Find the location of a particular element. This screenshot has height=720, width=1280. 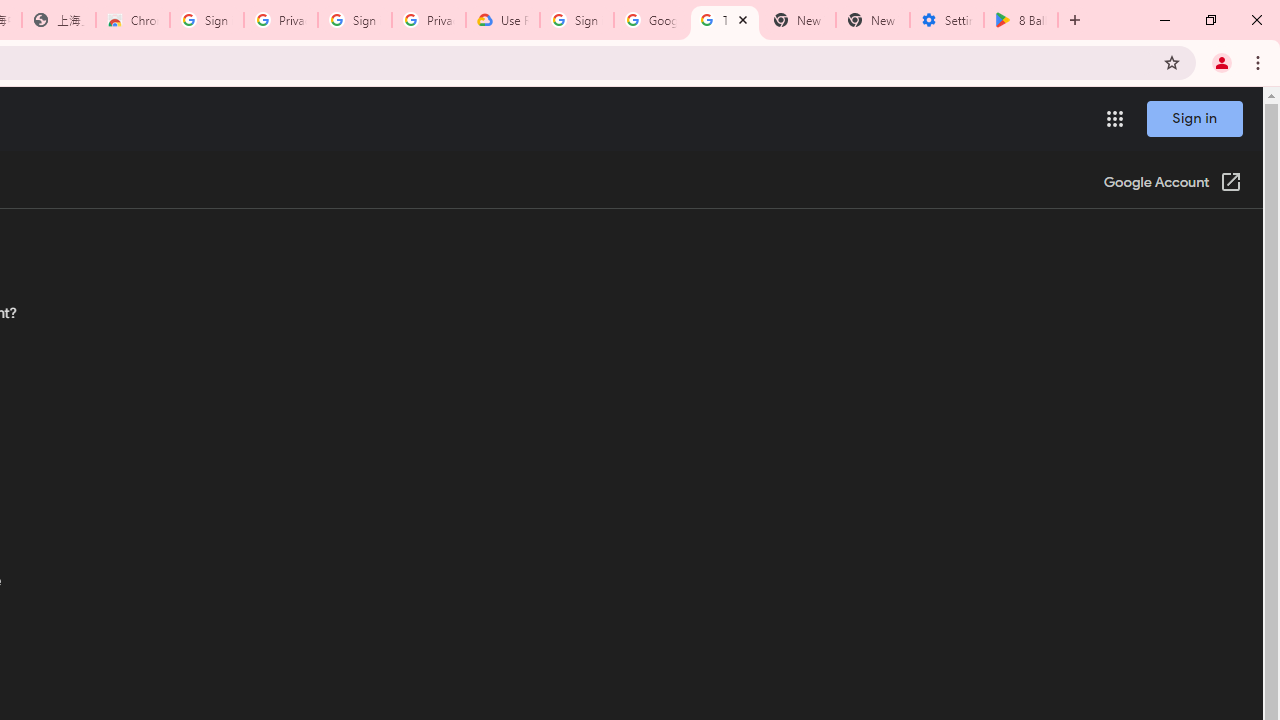

'8 Ball Pool - Apps on Google Play' is located at coordinates (1021, 20).